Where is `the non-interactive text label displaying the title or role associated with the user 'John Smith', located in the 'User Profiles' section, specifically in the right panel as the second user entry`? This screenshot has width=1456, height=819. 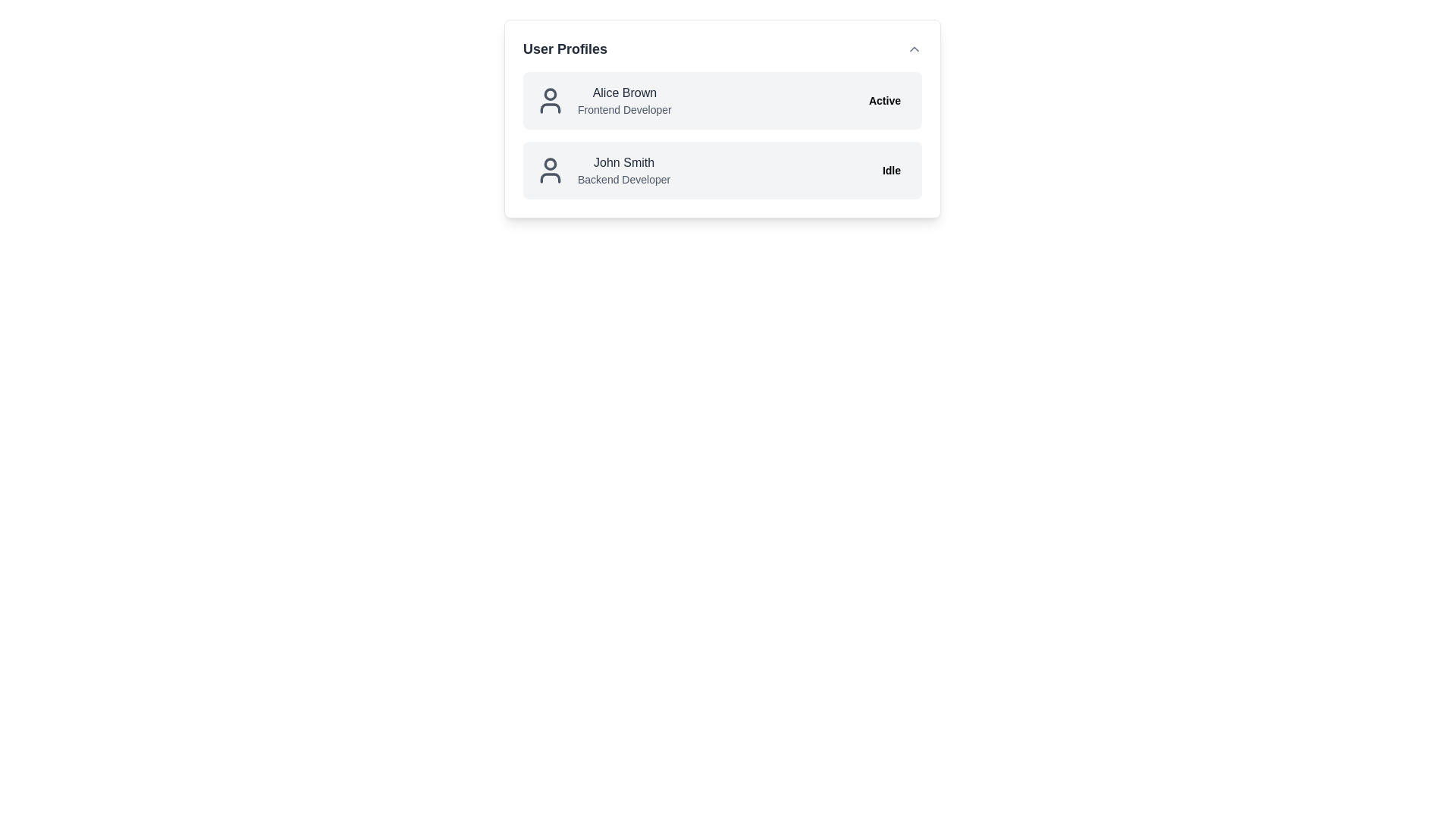
the non-interactive text label displaying the title or role associated with the user 'John Smith', located in the 'User Profiles' section, specifically in the right panel as the second user entry is located at coordinates (624, 178).